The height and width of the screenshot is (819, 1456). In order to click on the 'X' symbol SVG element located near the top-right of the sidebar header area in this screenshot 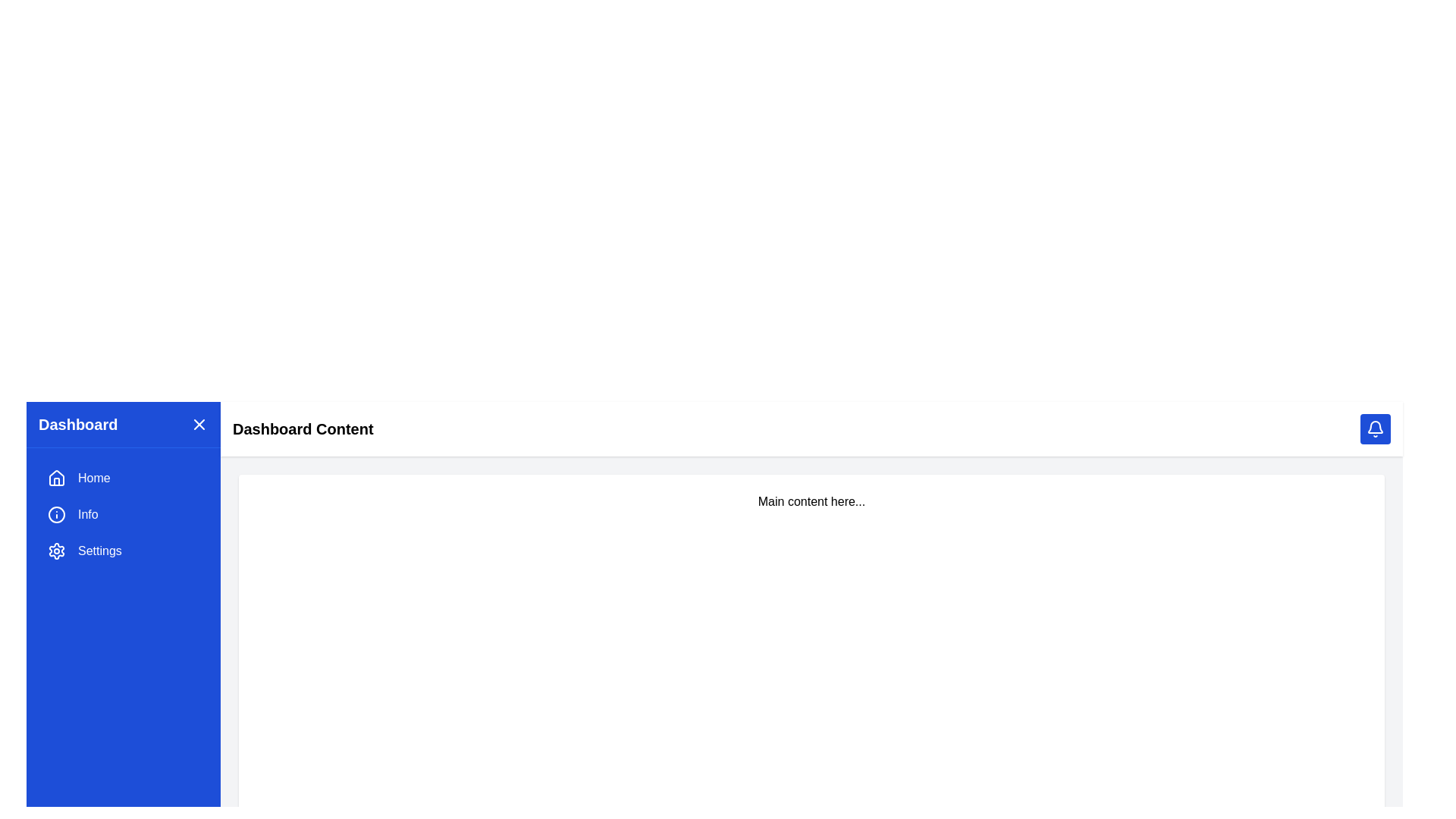, I will do `click(199, 424)`.